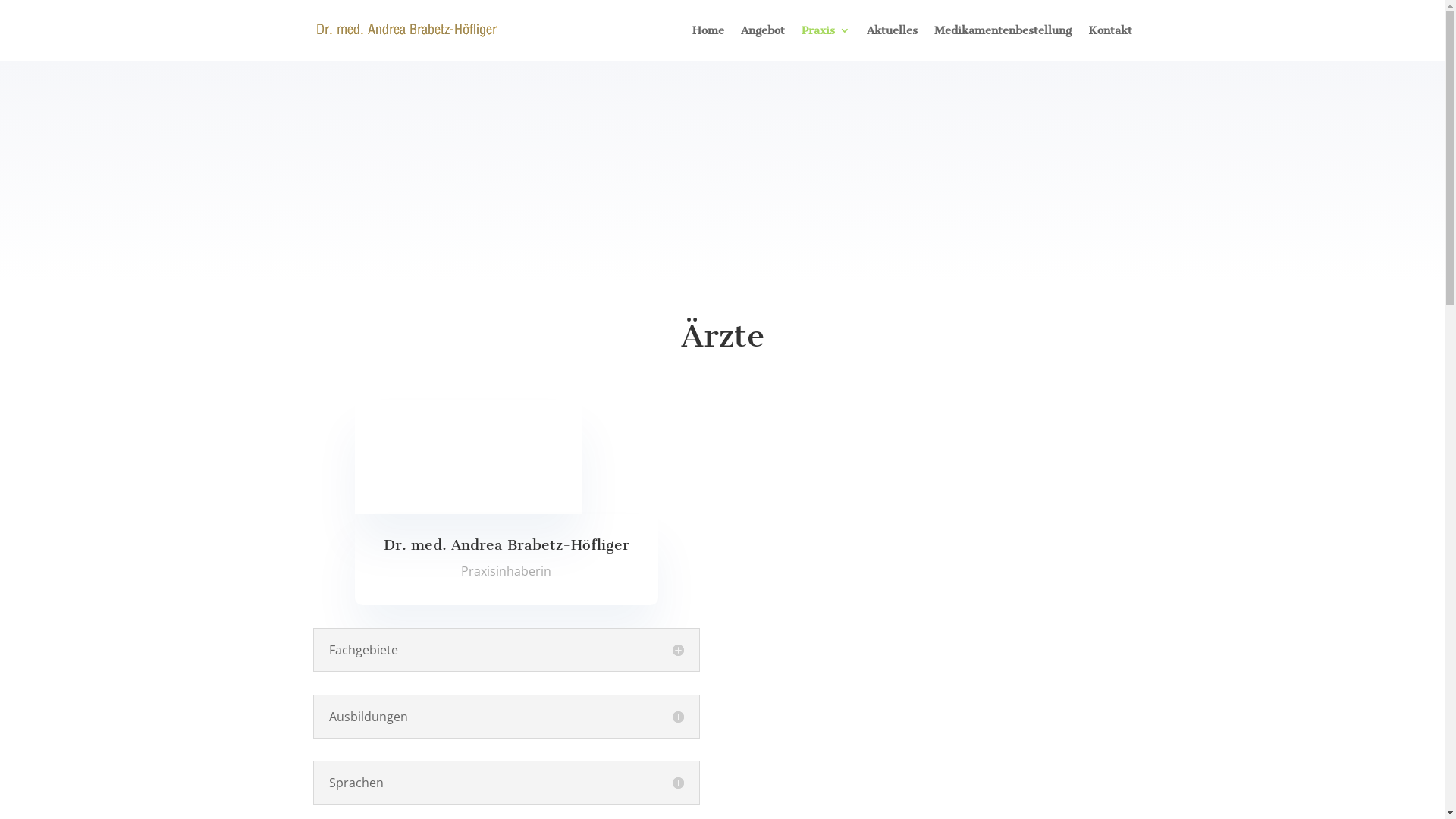  I want to click on 'Medikamentenbestellung', so click(1003, 42).